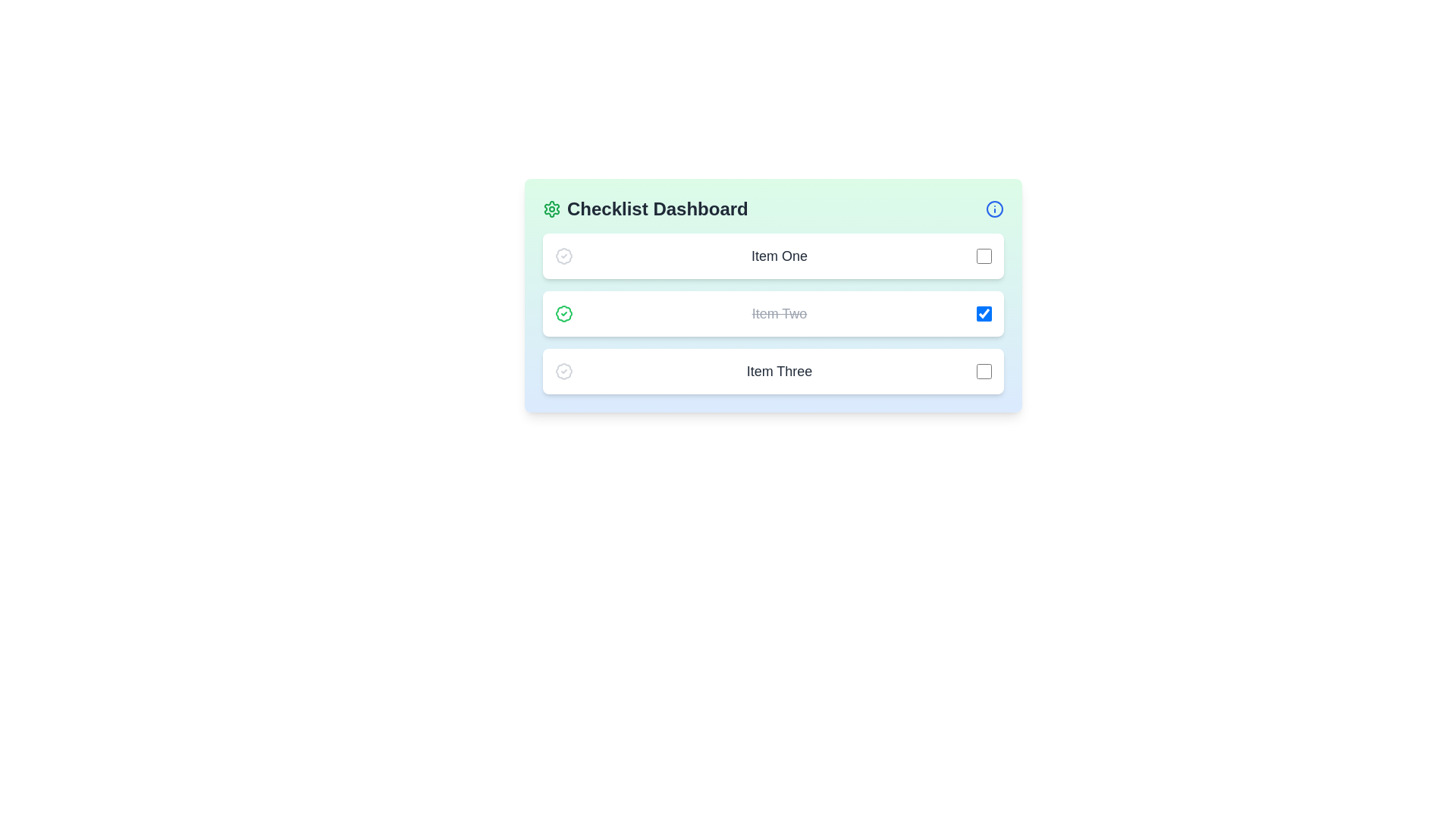 Image resolution: width=1456 pixels, height=819 pixels. Describe the element at coordinates (994, 209) in the screenshot. I see `the informational icon located at the far right of the 'Checklist Dashboard' header bar to provide additional details or guidance` at that location.